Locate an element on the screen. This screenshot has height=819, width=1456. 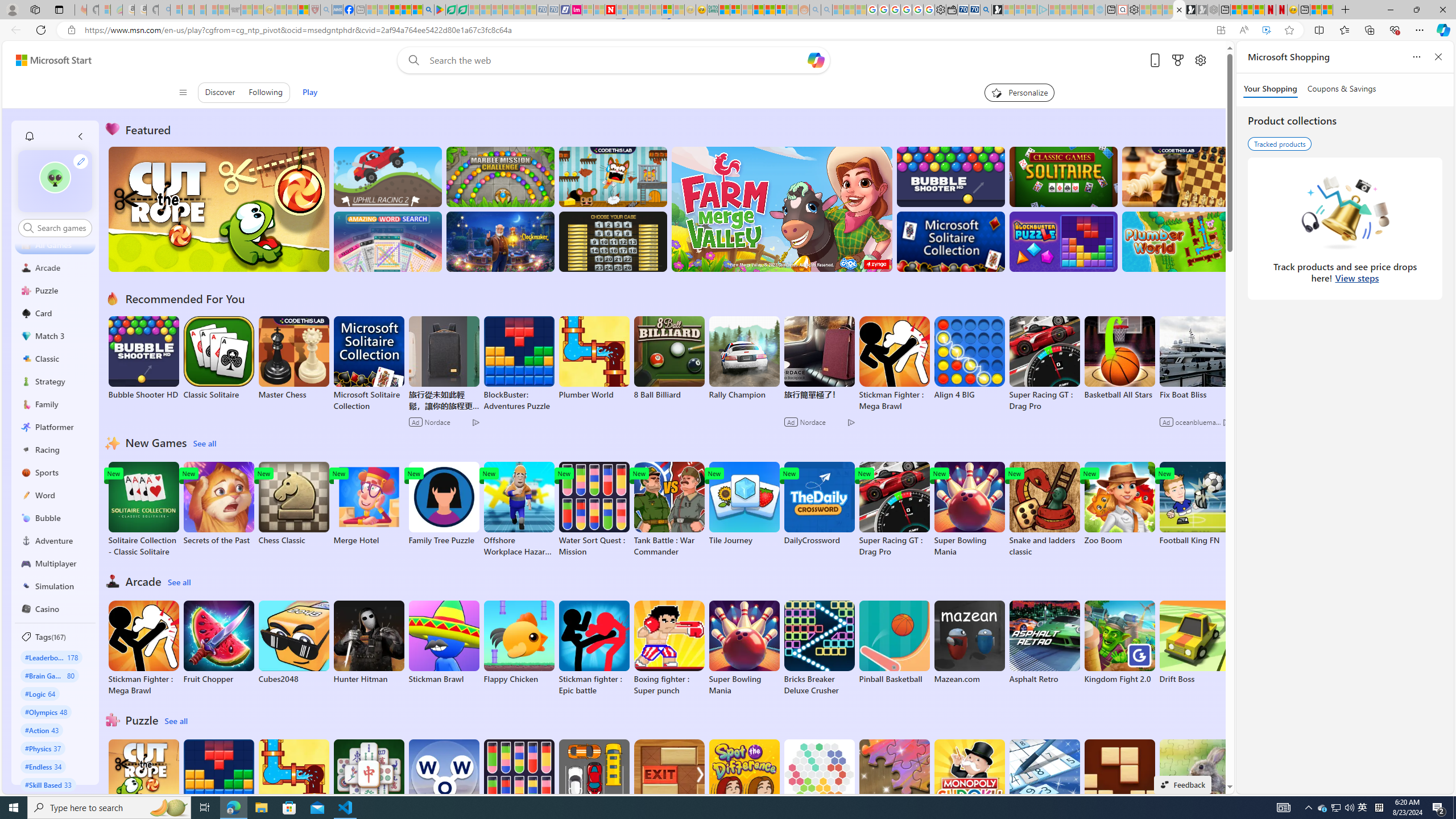
'#Leaderboard 178' is located at coordinates (51, 656).